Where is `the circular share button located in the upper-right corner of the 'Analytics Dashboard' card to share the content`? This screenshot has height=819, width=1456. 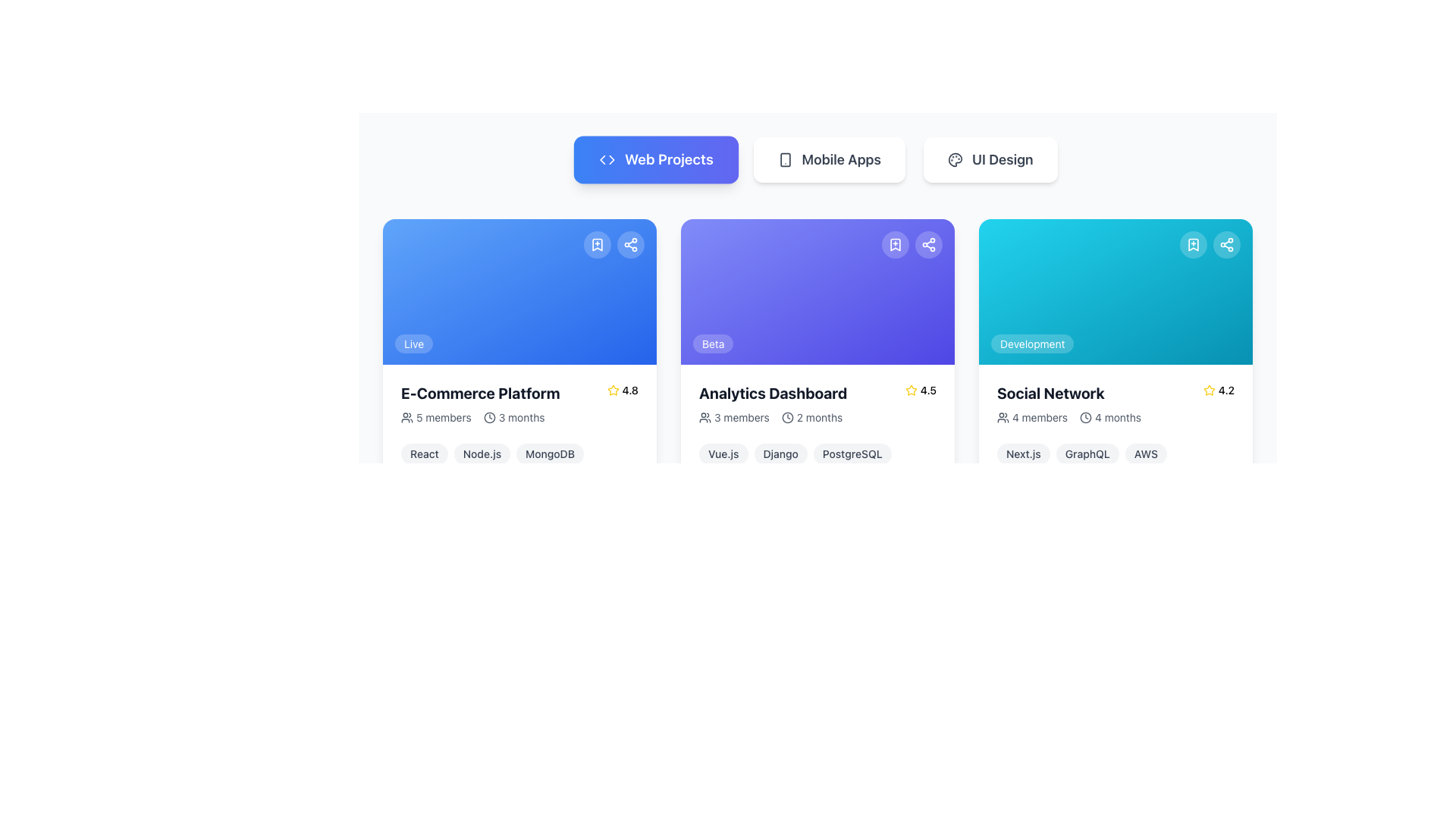
the circular share button located in the upper-right corner of the 'Analytics Dashboard' card to share the content is located at coordinates (927, 244).